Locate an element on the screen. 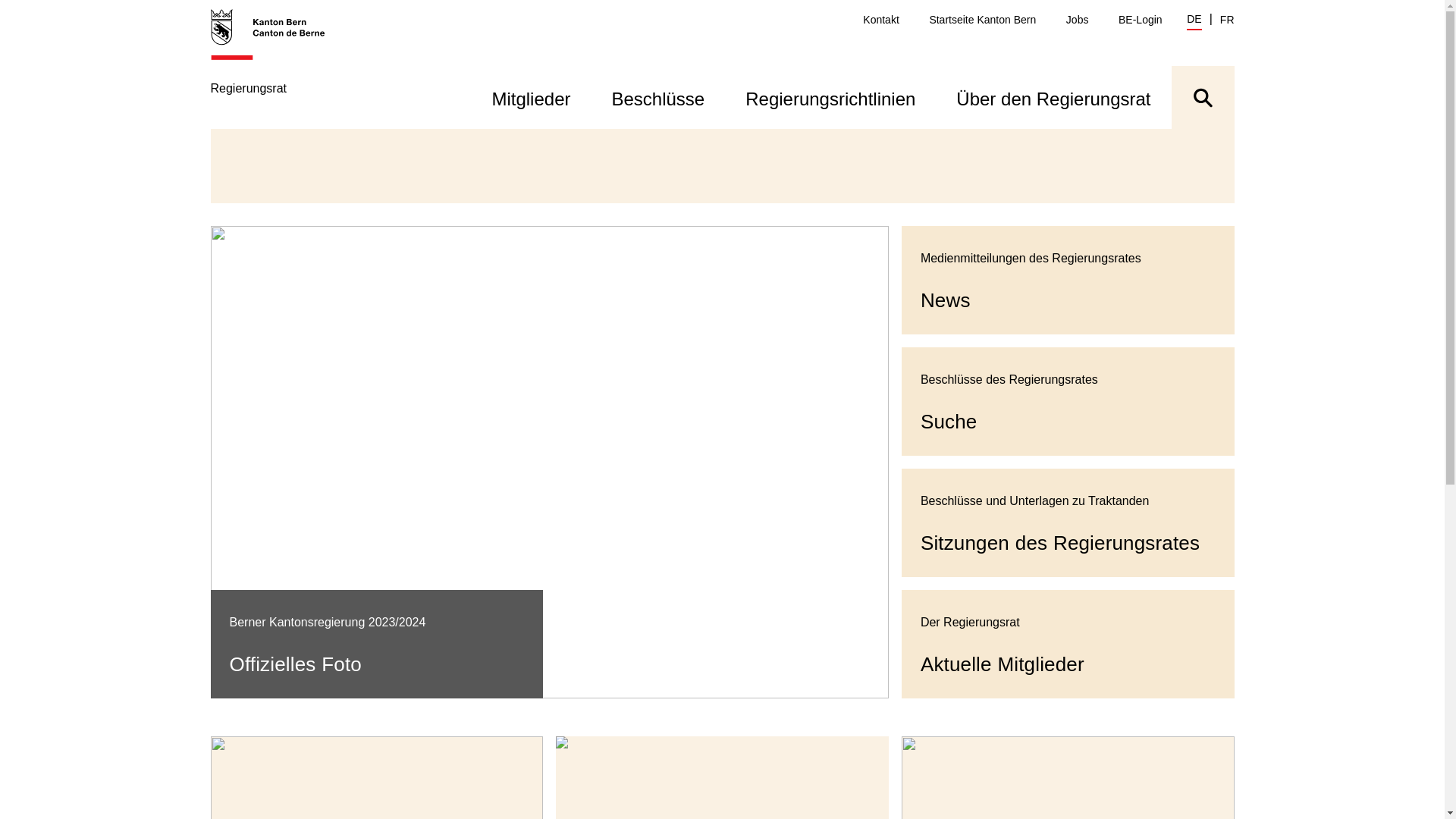 The height and width of the screenshot is (819, 1456). 'Kontakt' is located at coordinates (862, 20).